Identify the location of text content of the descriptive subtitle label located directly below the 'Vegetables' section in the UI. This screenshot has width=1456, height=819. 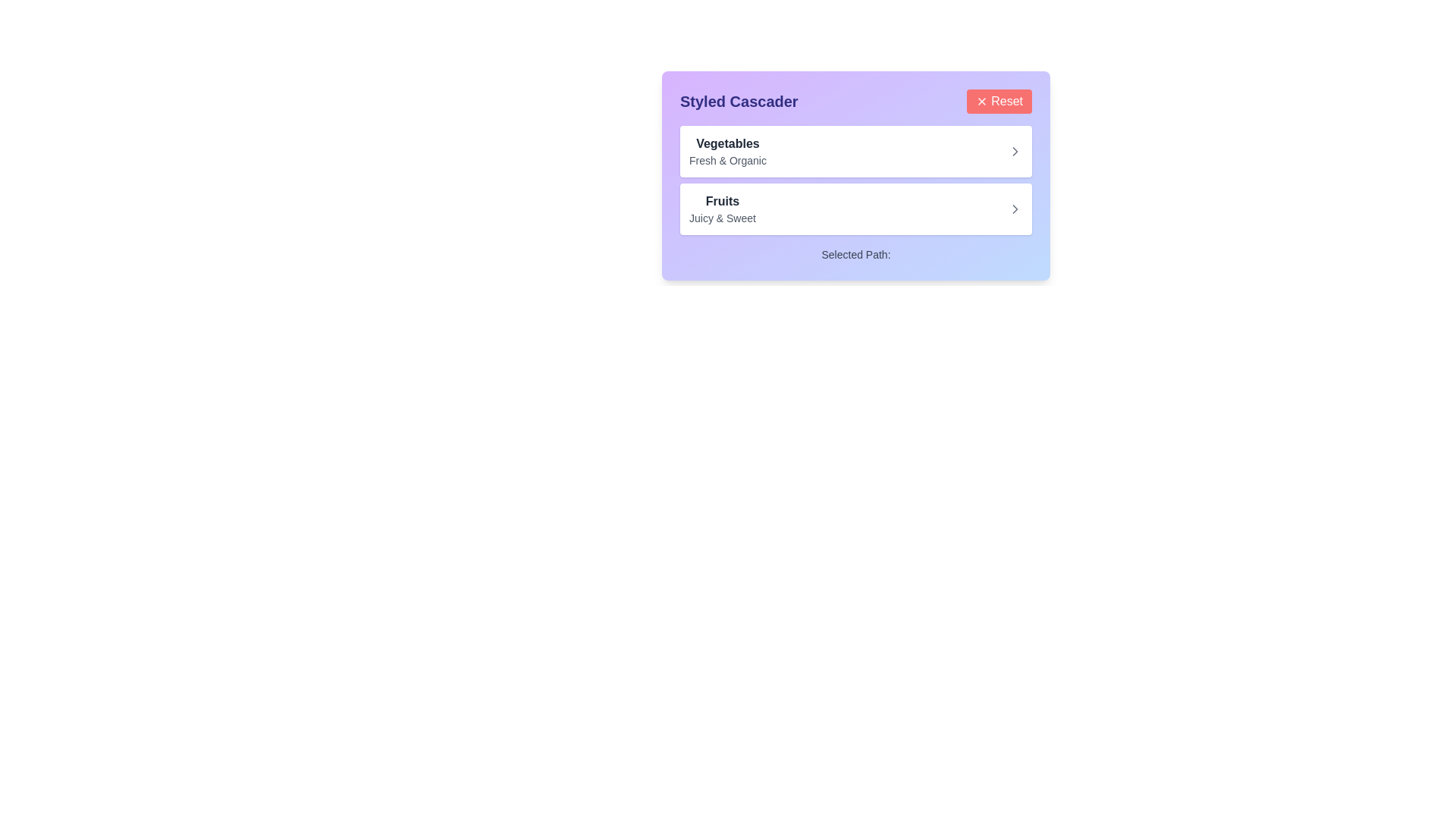
(728, 161).